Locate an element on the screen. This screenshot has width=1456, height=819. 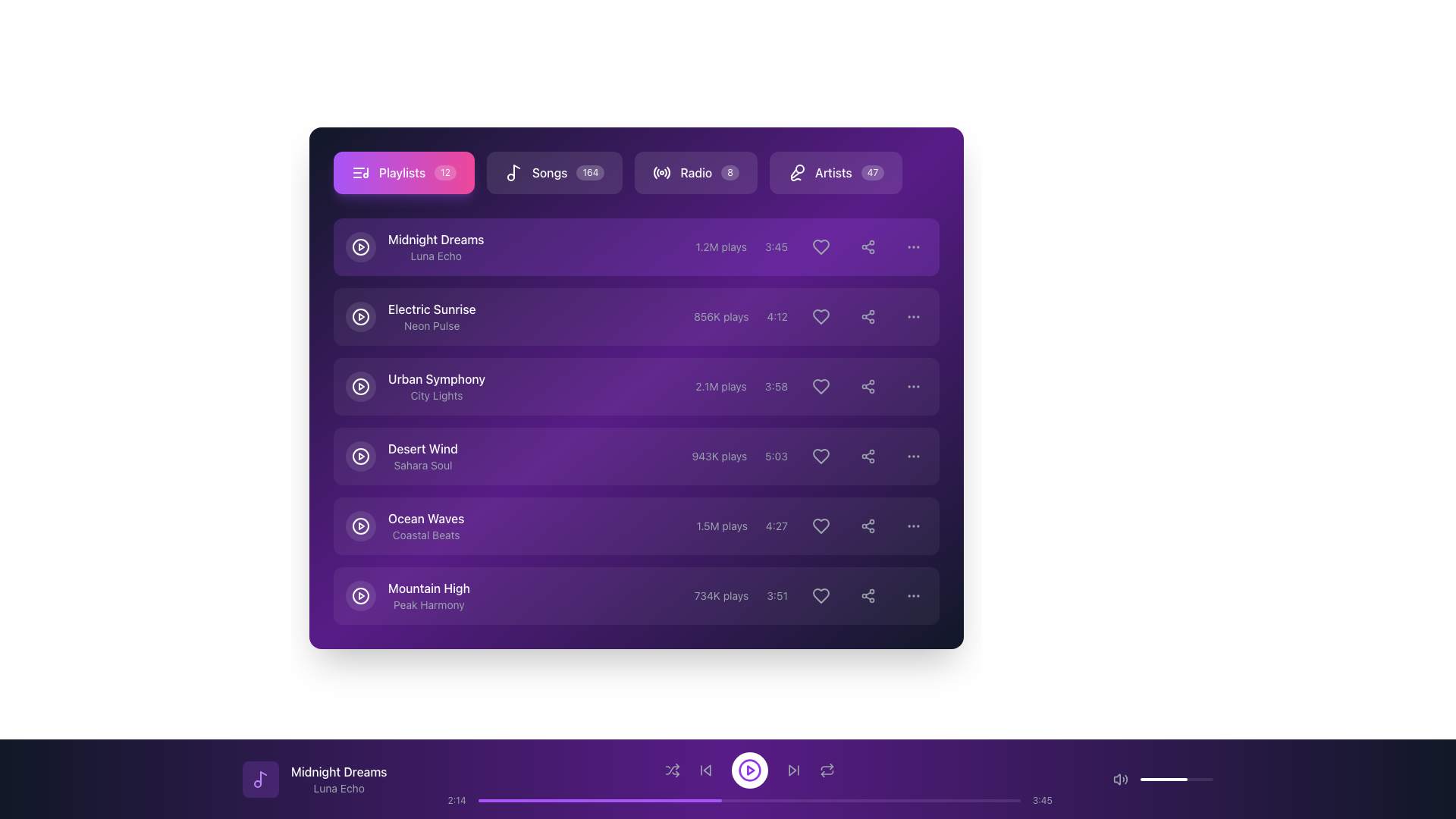
text of the label displaying 'Urban Symphony', which is the first line in a music playlist entry, set against a purple background is located at coordinates (436, 378).